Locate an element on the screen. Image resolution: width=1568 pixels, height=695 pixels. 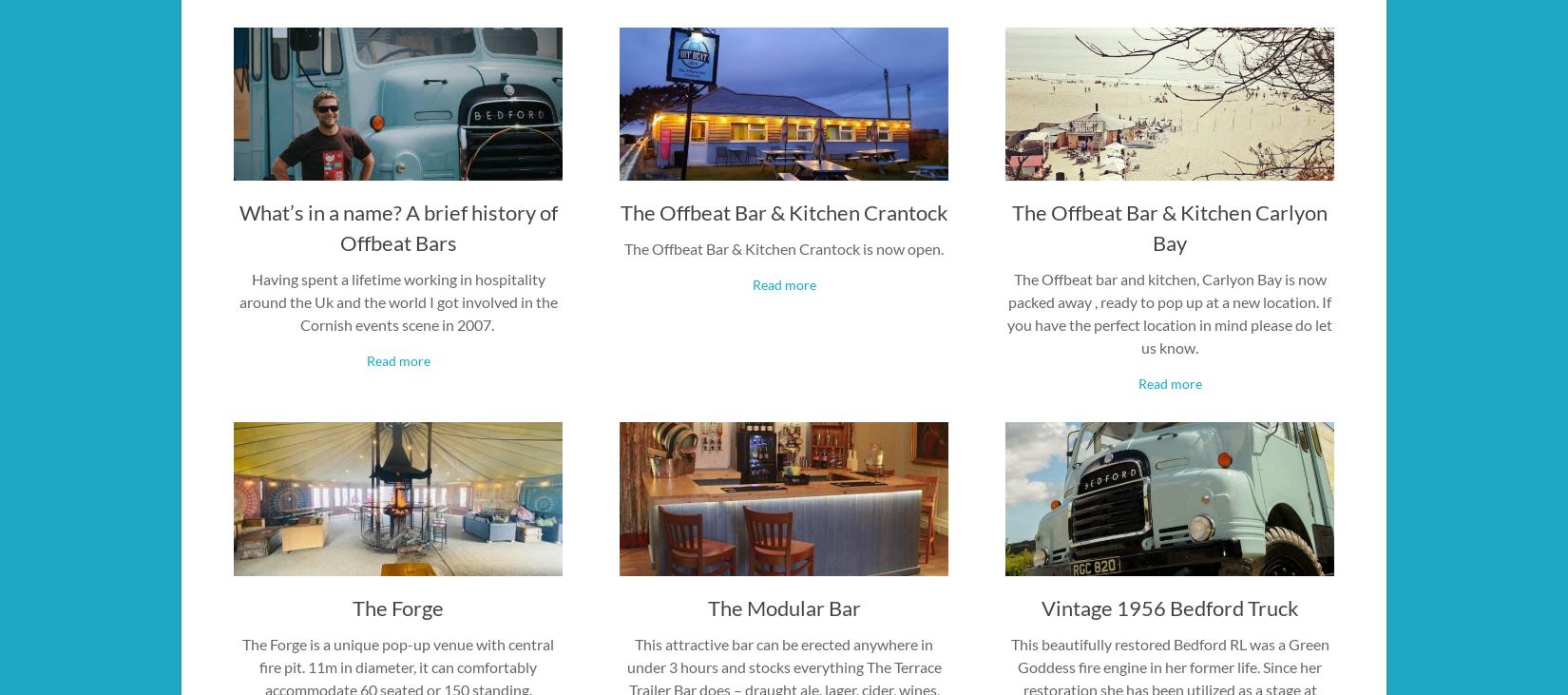
'What’s in a name? A brief history of Offbeat Bars' is located at coordinates (396, 227).